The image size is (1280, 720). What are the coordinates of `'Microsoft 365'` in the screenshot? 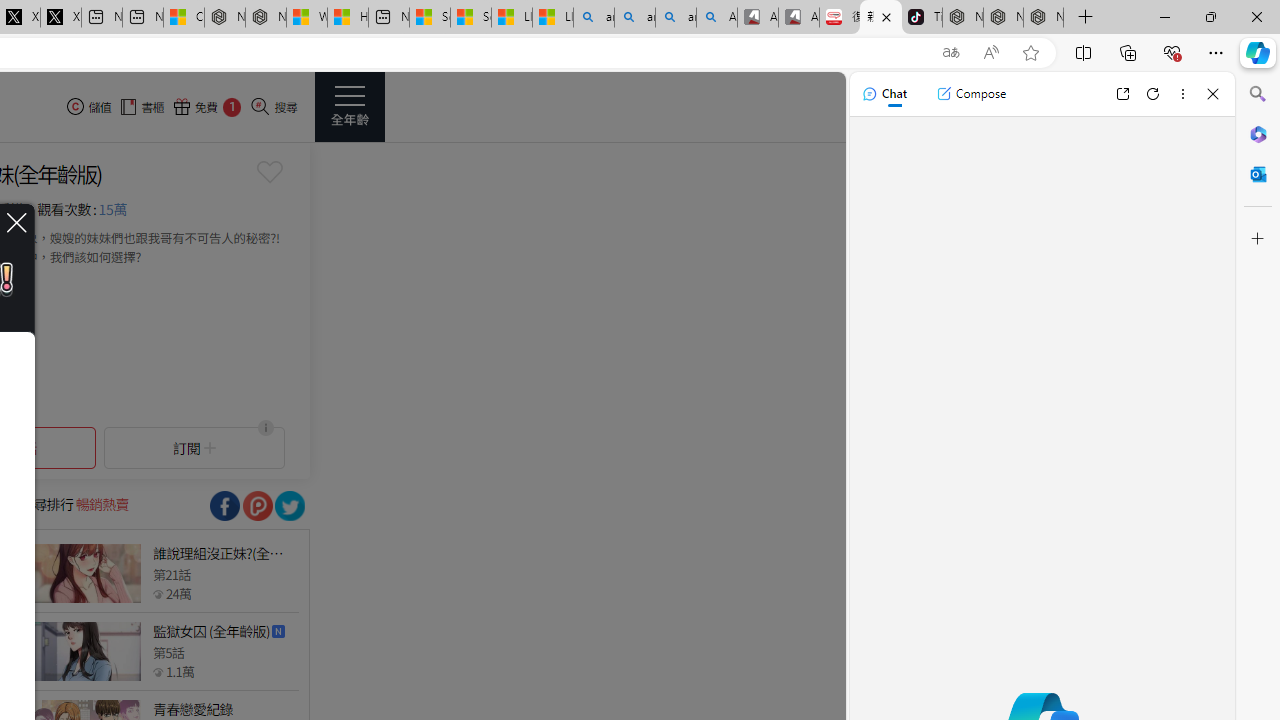 It's located at (1257, 133).